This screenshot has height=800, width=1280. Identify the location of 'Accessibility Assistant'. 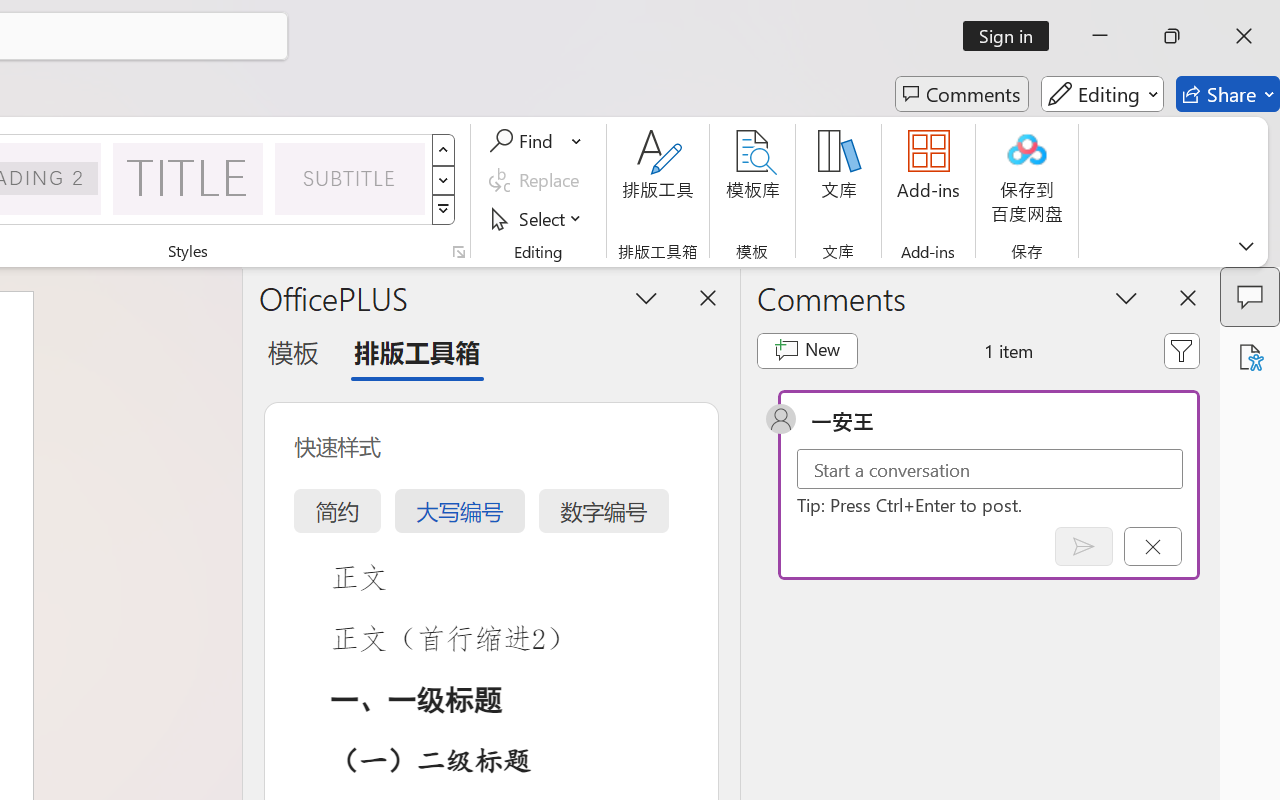
(1248, 357).